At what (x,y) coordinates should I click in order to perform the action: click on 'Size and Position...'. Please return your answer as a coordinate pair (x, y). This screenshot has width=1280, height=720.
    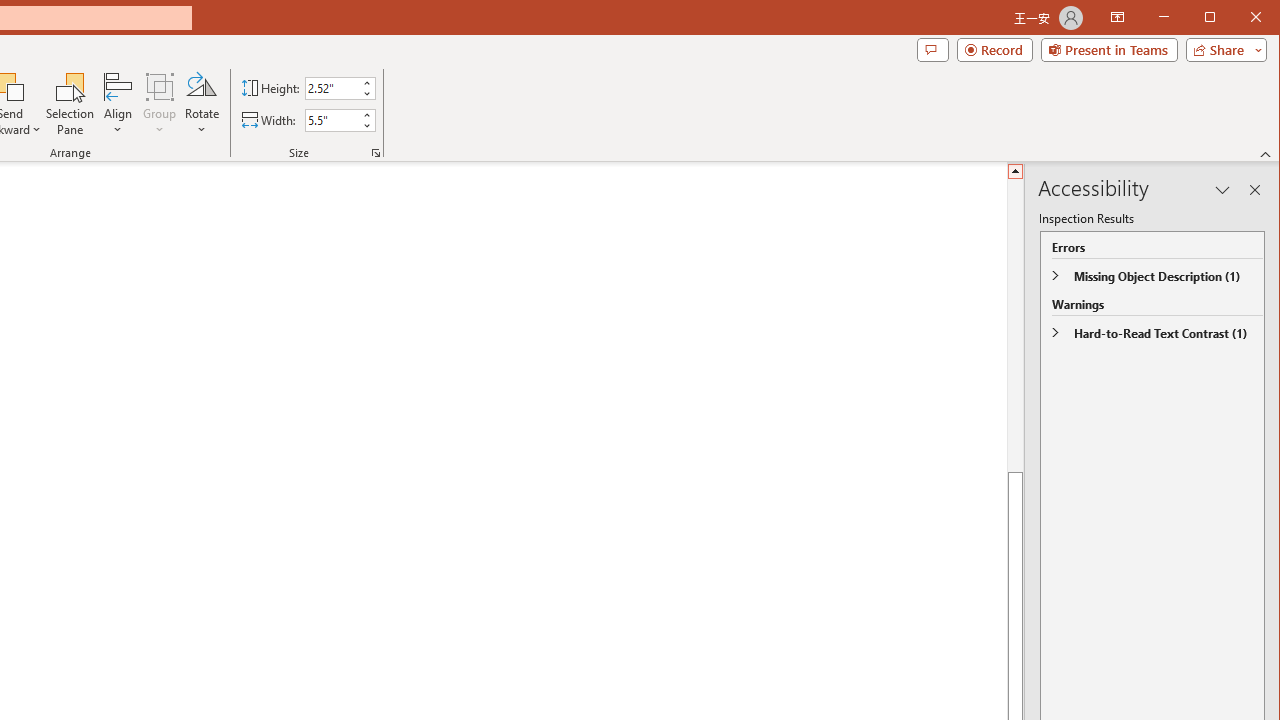
    Looking at the image, I should click on (376, 152).